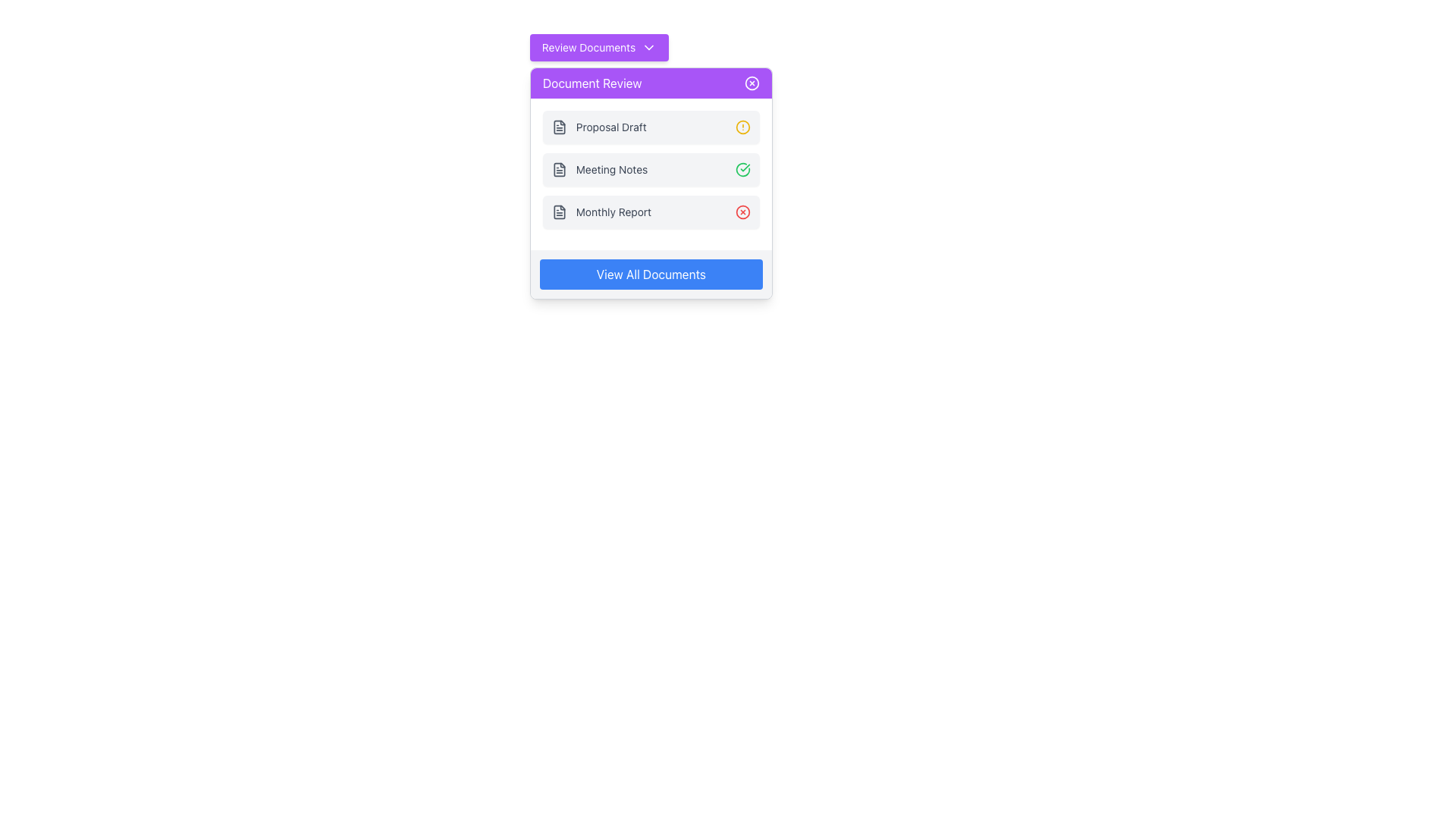 This screenshot has width=1456, height=819. I want to click on the alert icon located to the right of the 'Proposal Draft' text within the Document Review card, which serves as a status indicator, so click(742, 127).